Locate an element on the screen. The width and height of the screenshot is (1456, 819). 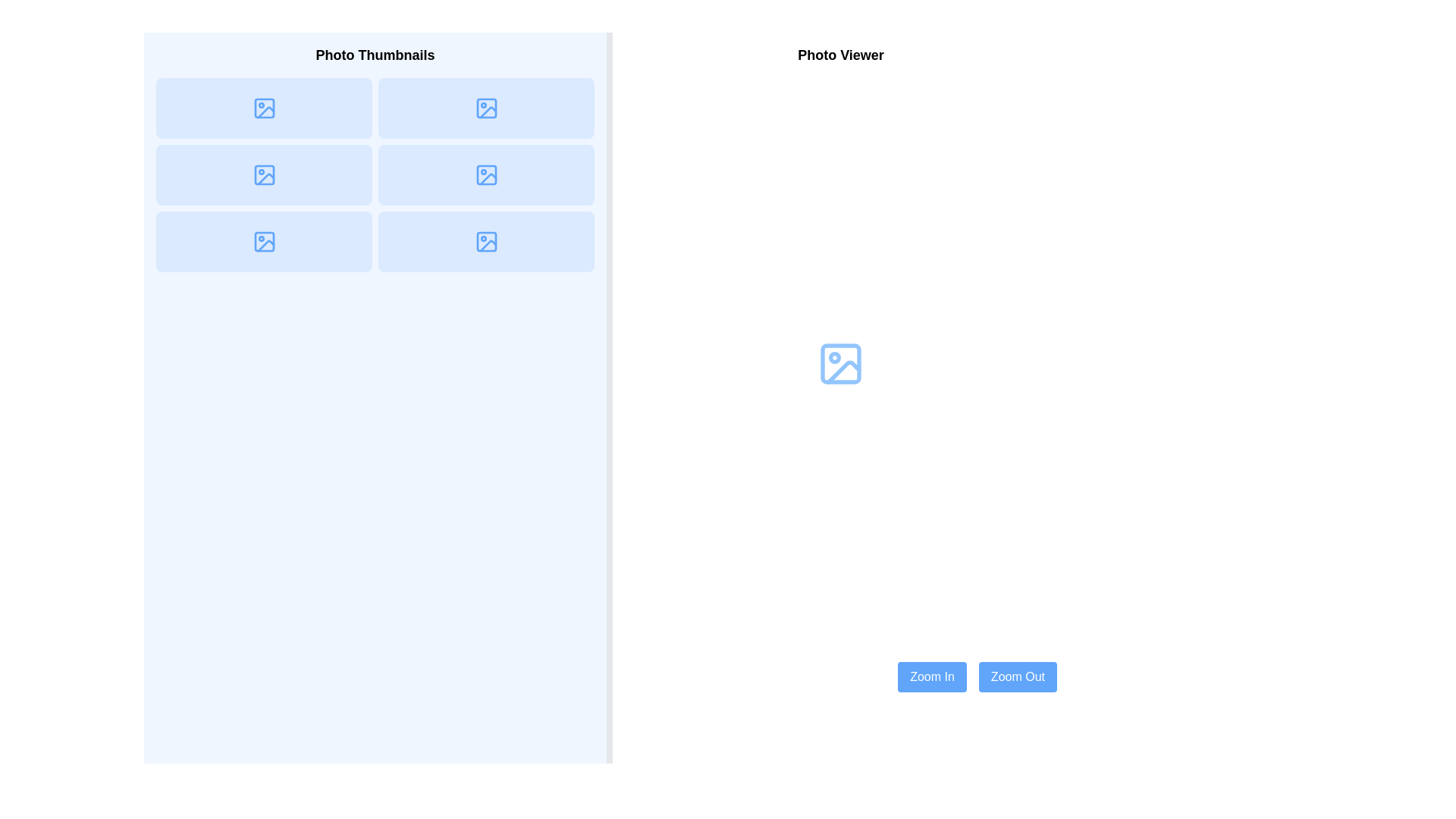
the decorative component located inside the leftmost icon on the top row of the 'Photo Thumbnails' section is located at coordinates (264, 107).